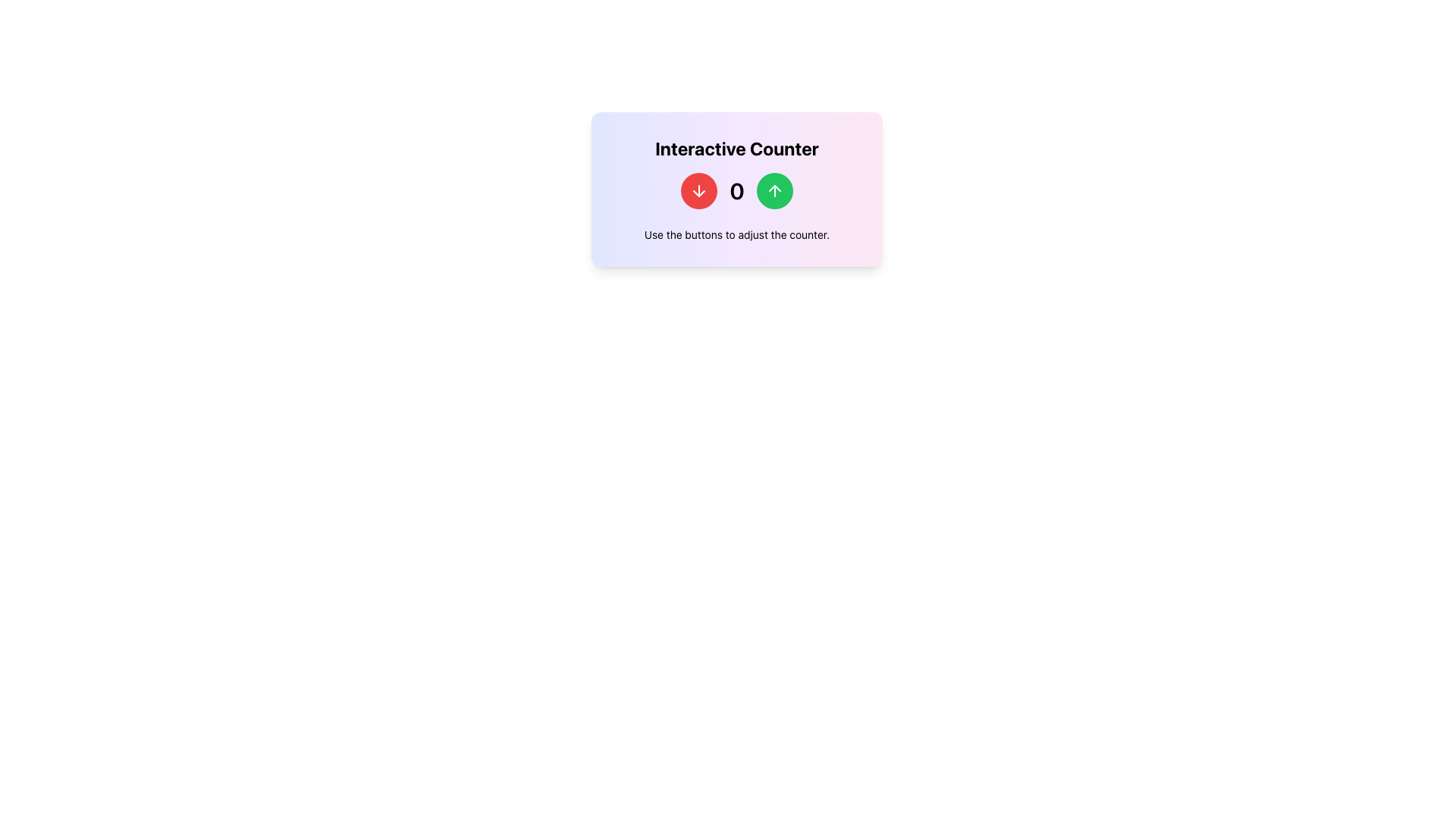  Describe the element at coordinates (774, 190) in the screenshot. I see `the button located at the far right of the horizontally-aligned group of buttons to increment the counter displayed next to it` at that location.